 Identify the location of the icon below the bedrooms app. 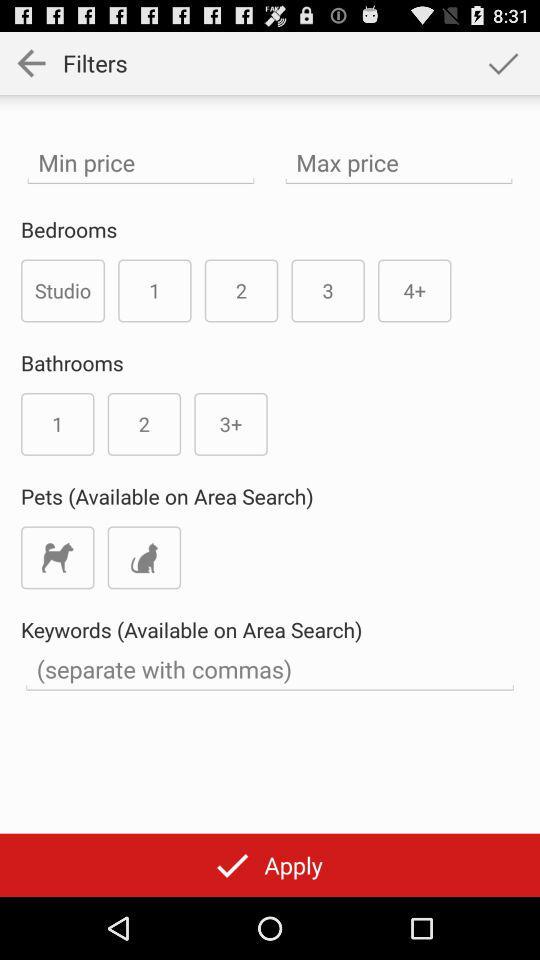
(63, 289).